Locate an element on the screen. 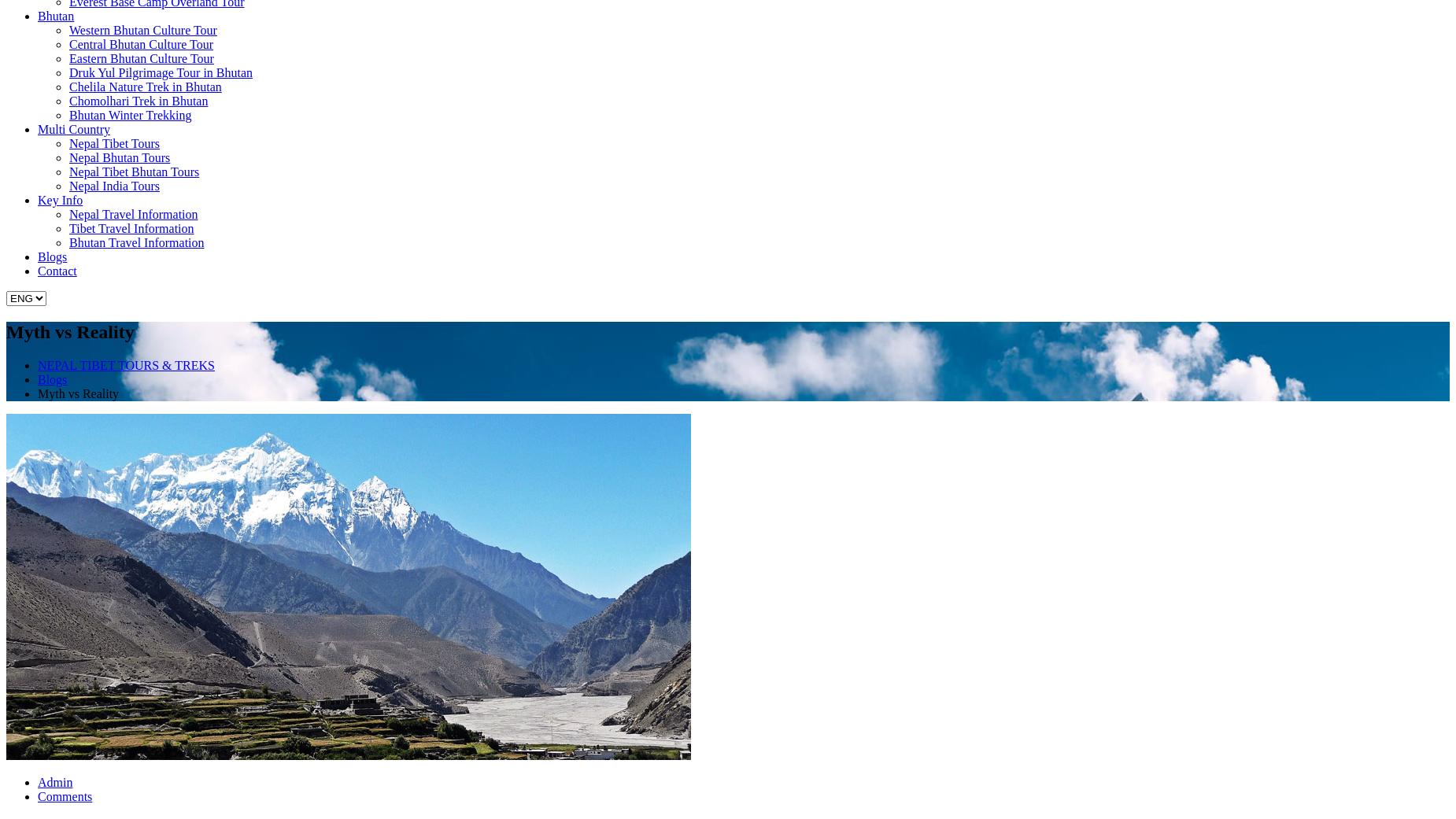  'Bhutan' is located at coordinates (55, 15).